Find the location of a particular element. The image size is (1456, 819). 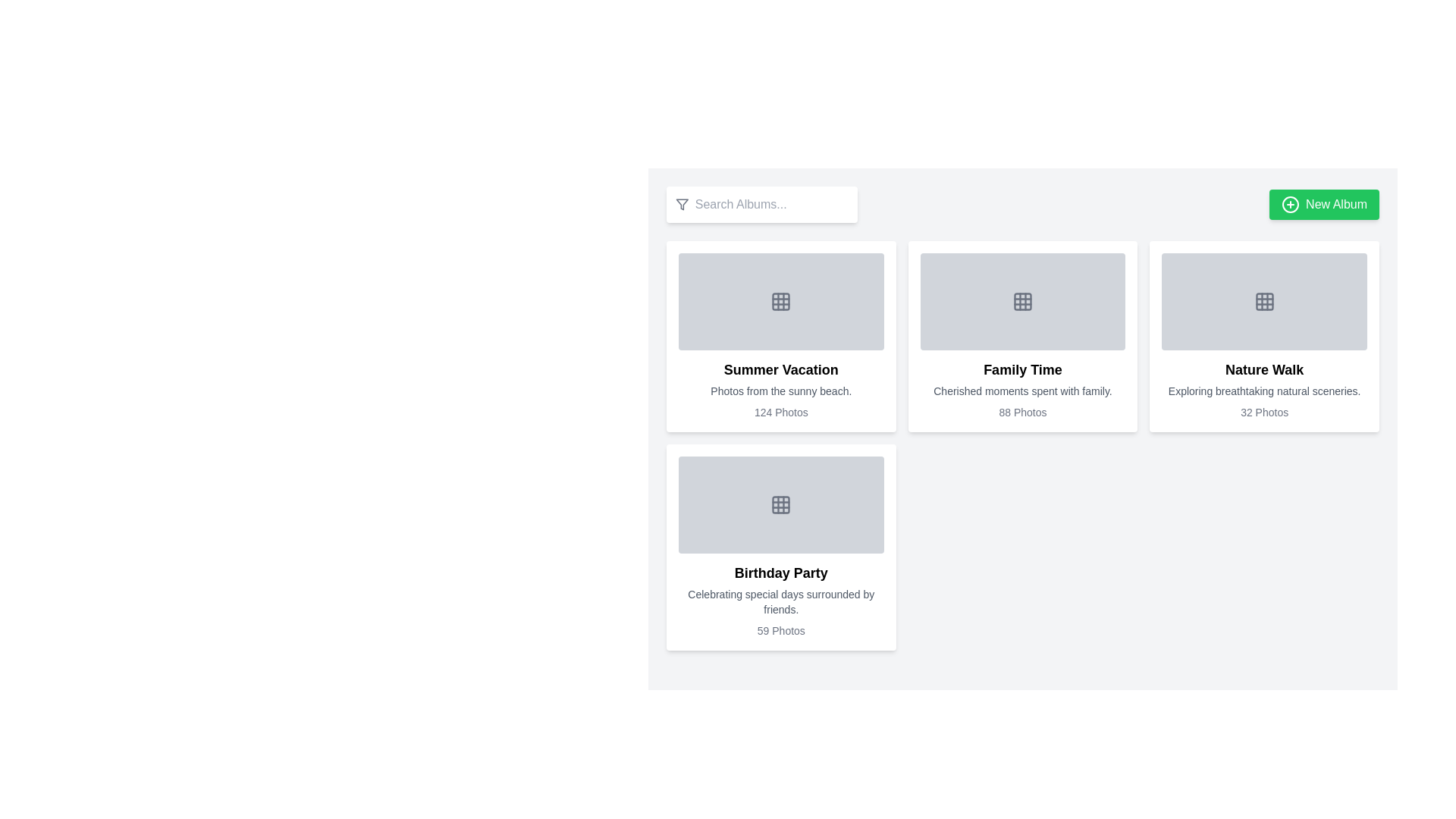

the static text label titled 'Family Time' located at the top of the middle card in a horizontally aligned group of three cards is located at coordinates (1022, 370).